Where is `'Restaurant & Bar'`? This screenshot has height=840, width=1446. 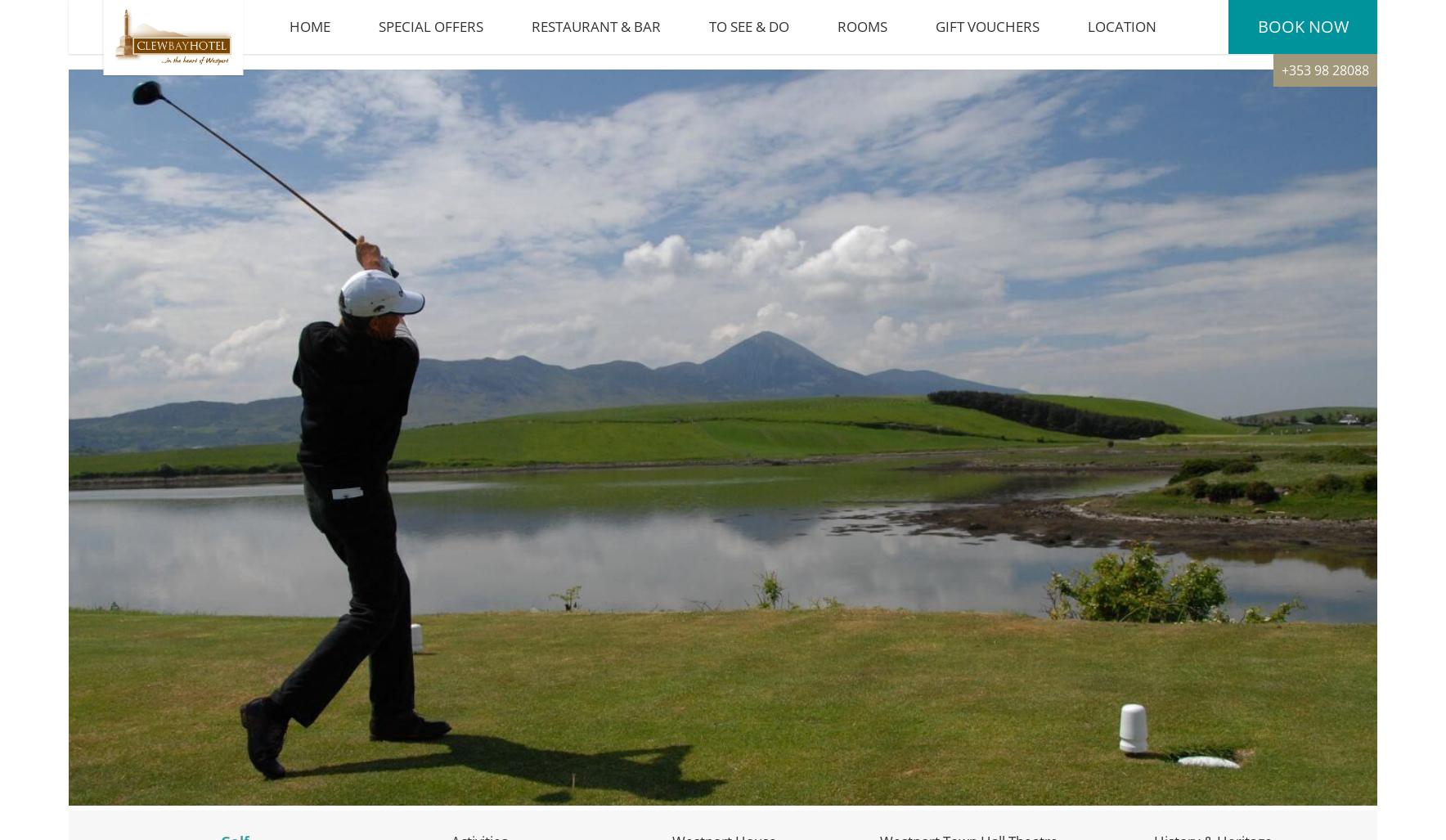
'Restaurant & Bar' is located at coordinates (595, 34).